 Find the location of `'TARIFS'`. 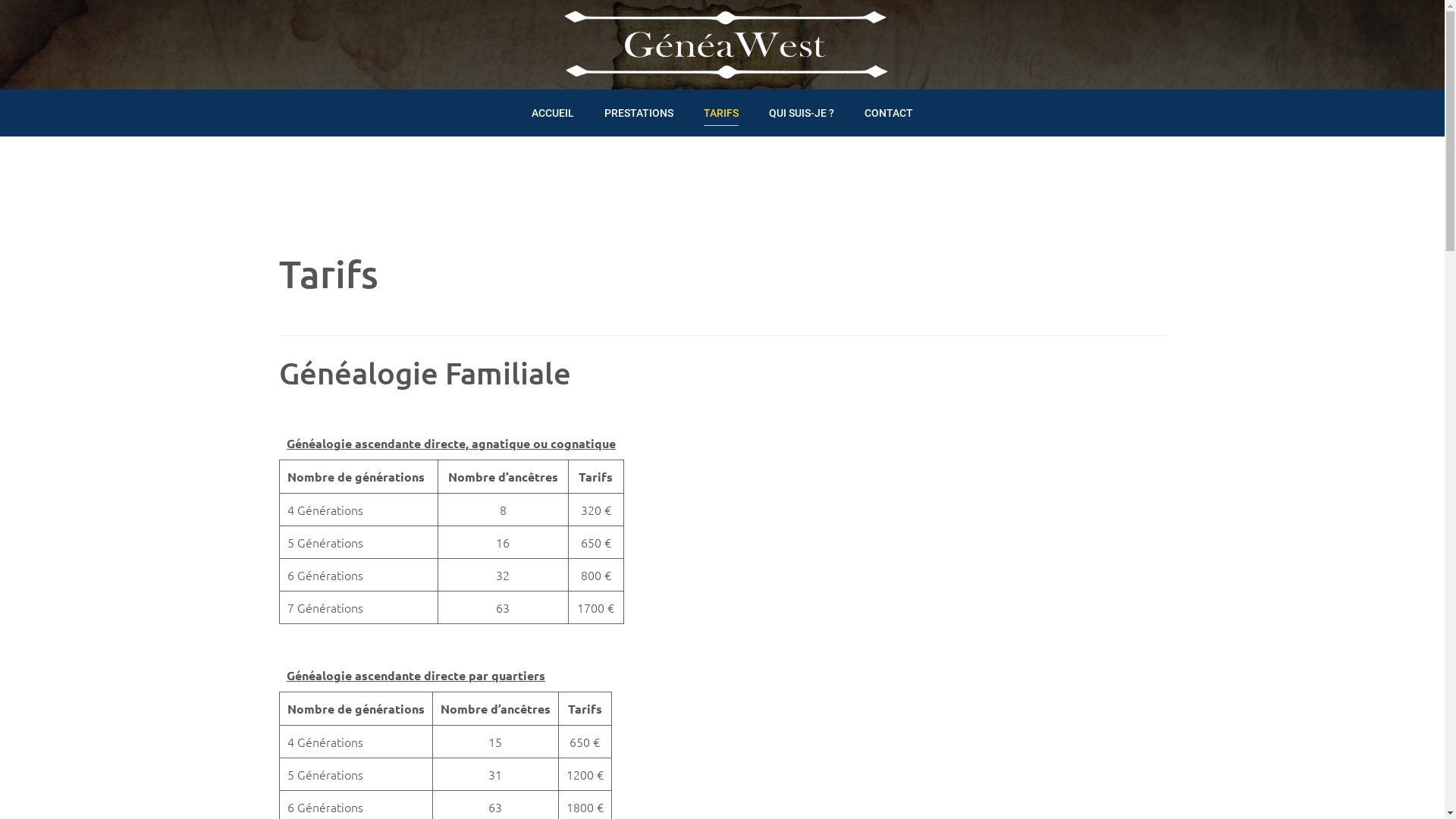

'TARIFS' is located at coordinates (720, 108).